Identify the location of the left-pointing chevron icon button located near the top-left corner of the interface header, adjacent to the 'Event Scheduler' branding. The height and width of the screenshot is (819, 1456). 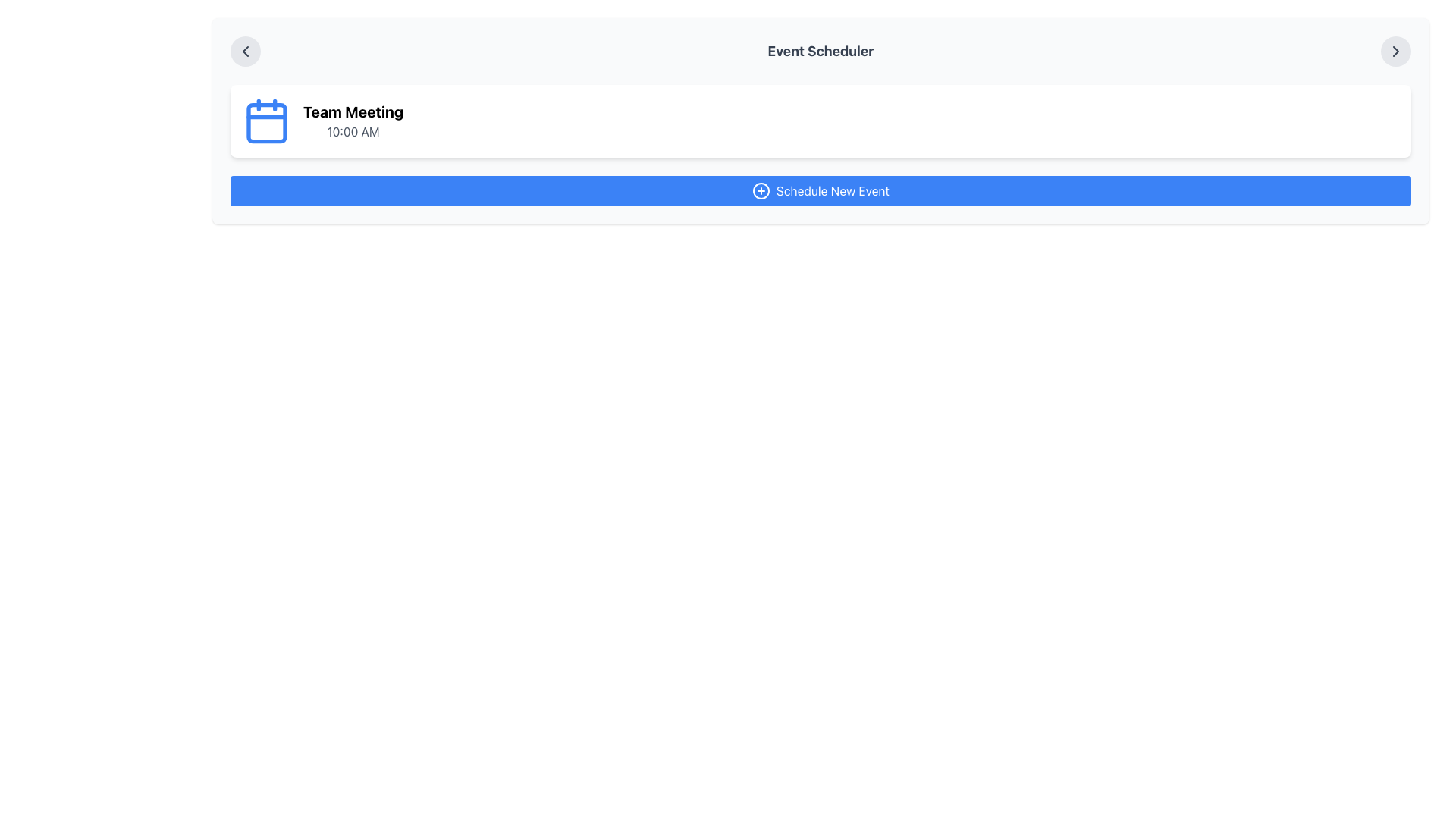
(246, 51).